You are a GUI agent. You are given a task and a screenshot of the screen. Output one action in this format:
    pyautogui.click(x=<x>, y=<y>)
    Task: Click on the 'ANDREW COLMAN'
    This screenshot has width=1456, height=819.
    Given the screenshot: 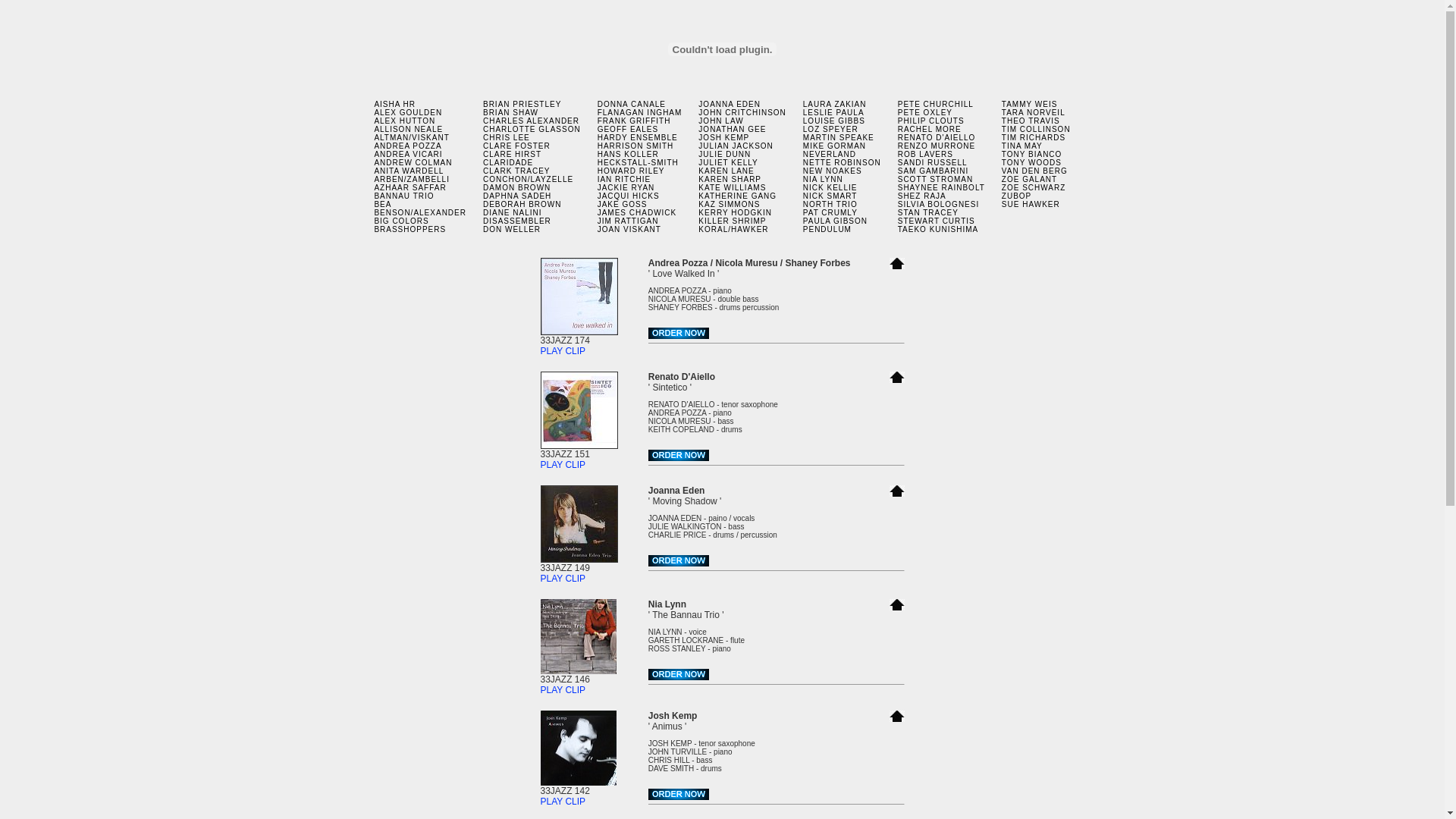 What is the action you would take?
    pyautogui.click(x=413, y=162)
    